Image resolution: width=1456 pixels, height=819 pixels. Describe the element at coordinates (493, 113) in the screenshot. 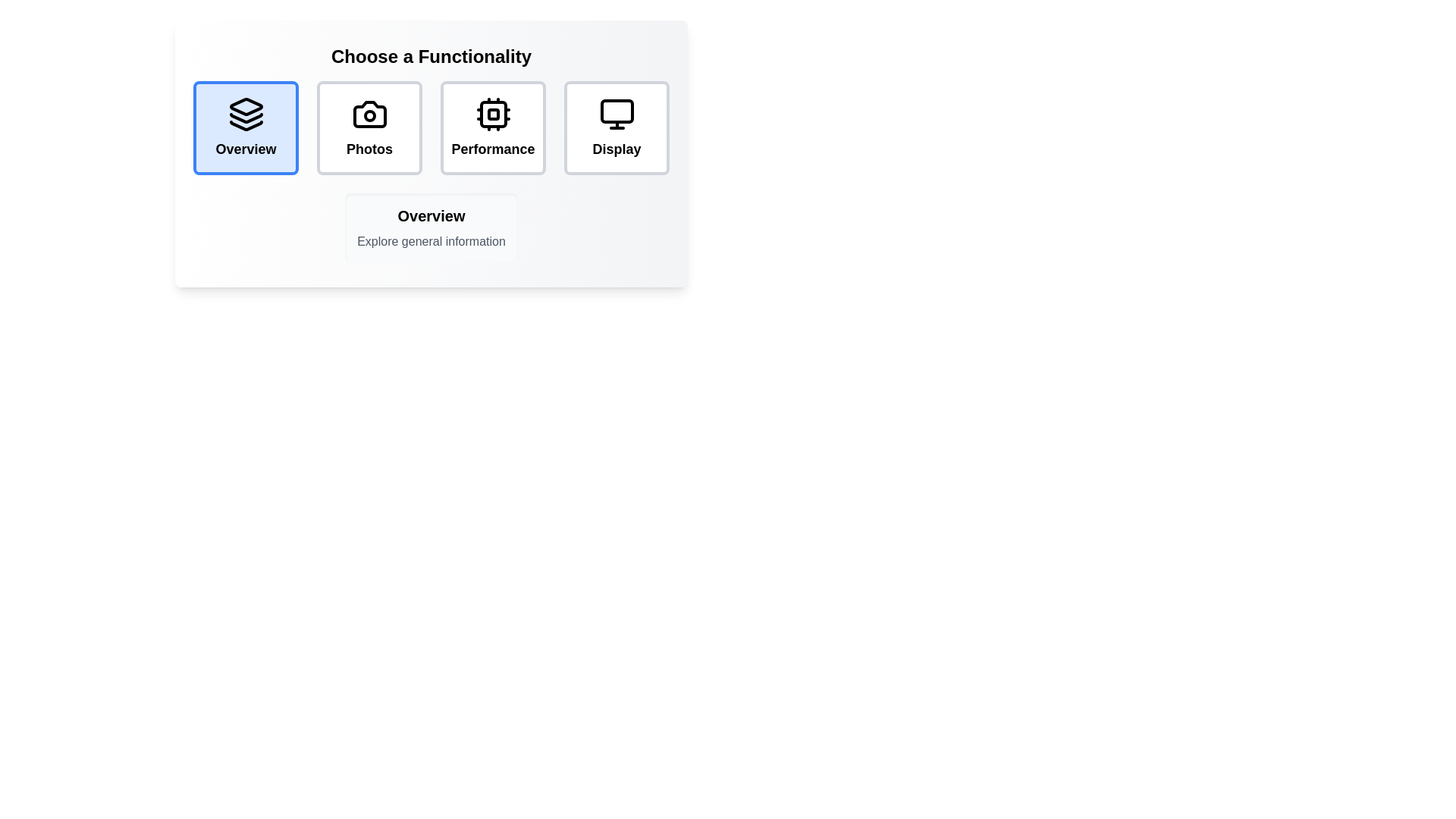

I see `the larger rectangle of the CPU icon that serves as a decorative graphical component` at that location.